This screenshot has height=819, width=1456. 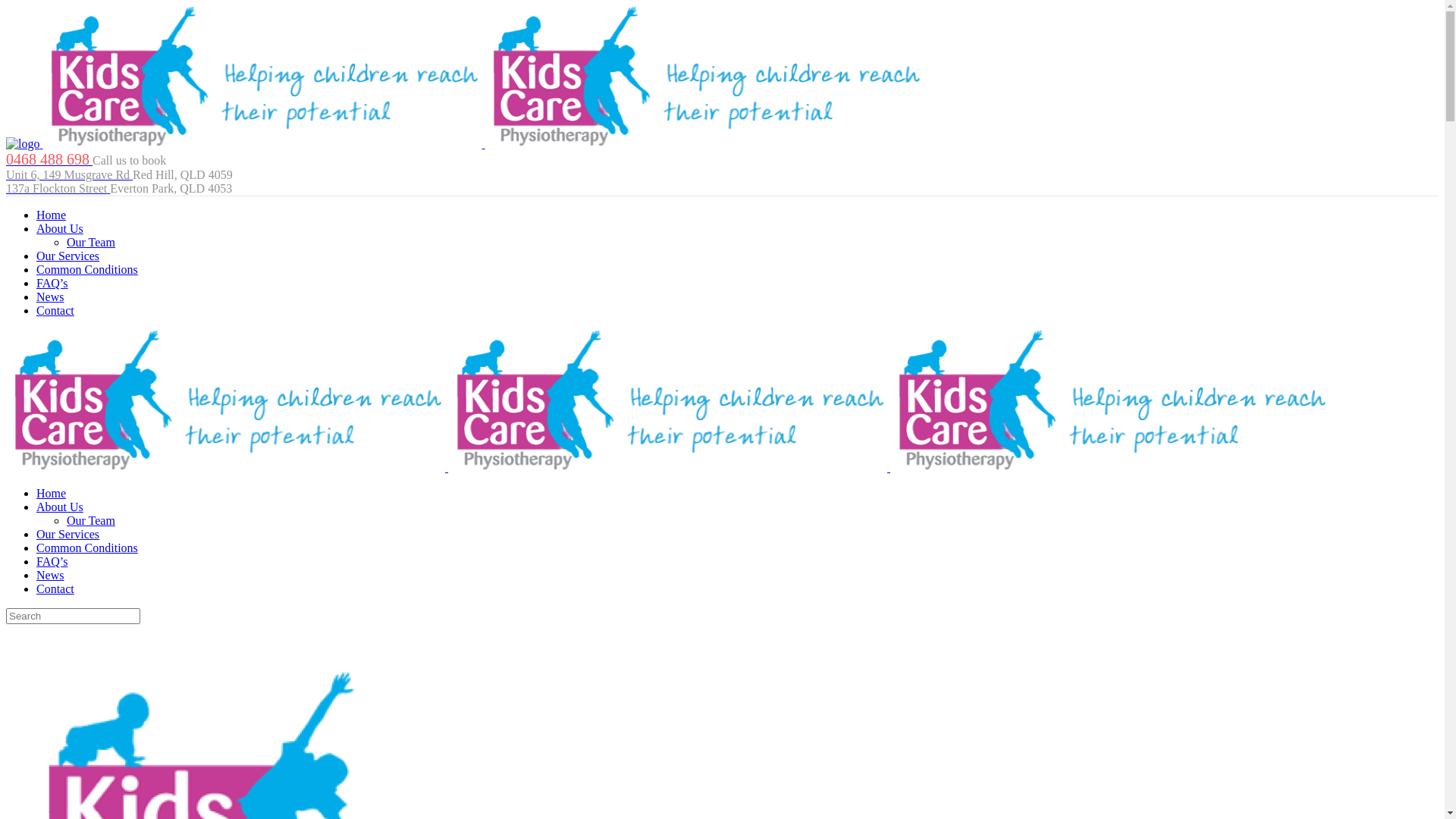 What do you see at coordinates (51, 493) in the screenshot?
I see `'Home'` at bounding box center [51, 493].